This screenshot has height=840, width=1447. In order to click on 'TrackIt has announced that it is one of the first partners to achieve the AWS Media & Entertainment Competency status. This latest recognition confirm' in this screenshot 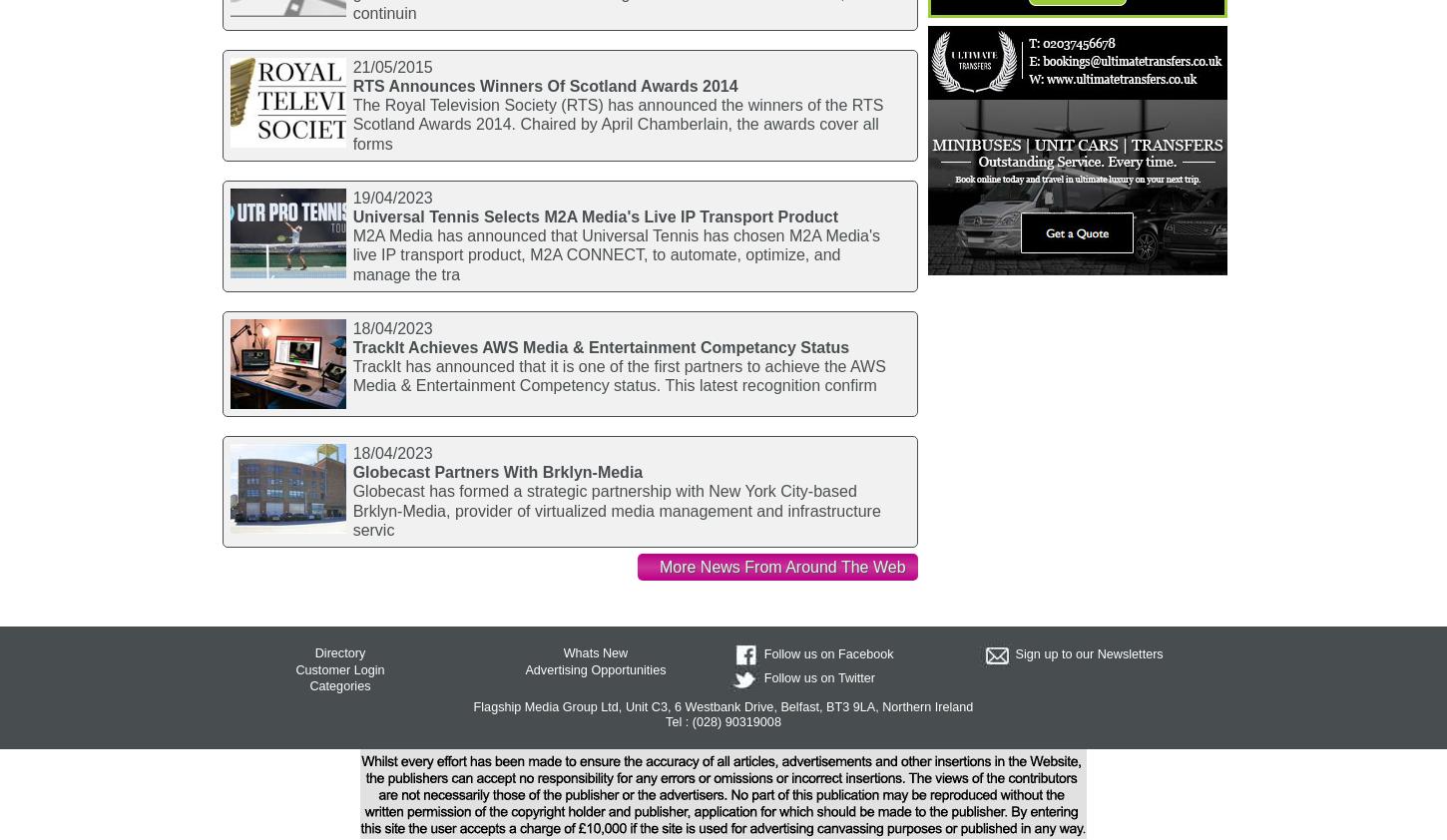, I will do `click(351, 375)`.